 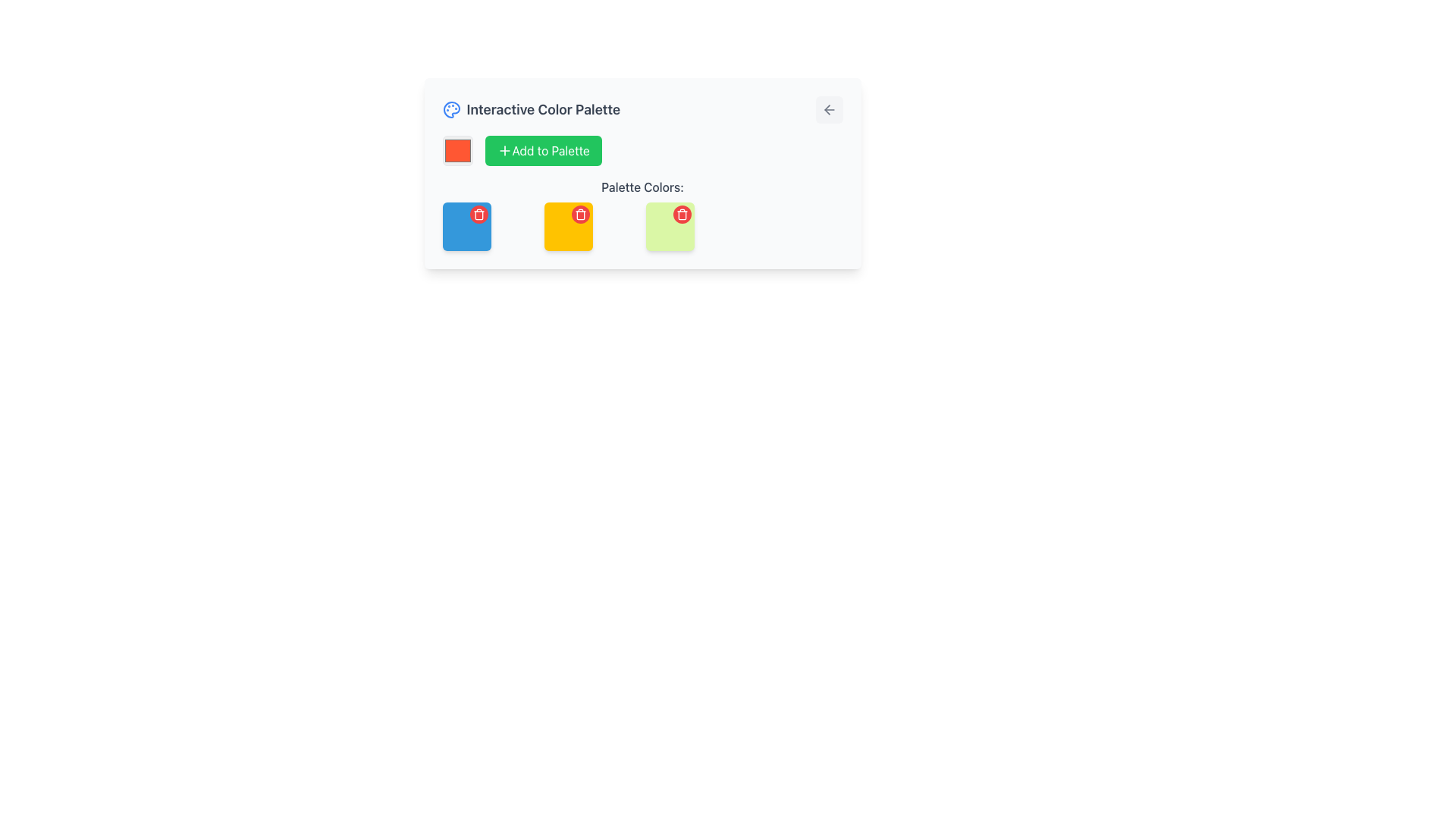 I want to click on the white trash can icon on a red circular background located in the upper-right corner of the palette section, so click(x=478, y=214).